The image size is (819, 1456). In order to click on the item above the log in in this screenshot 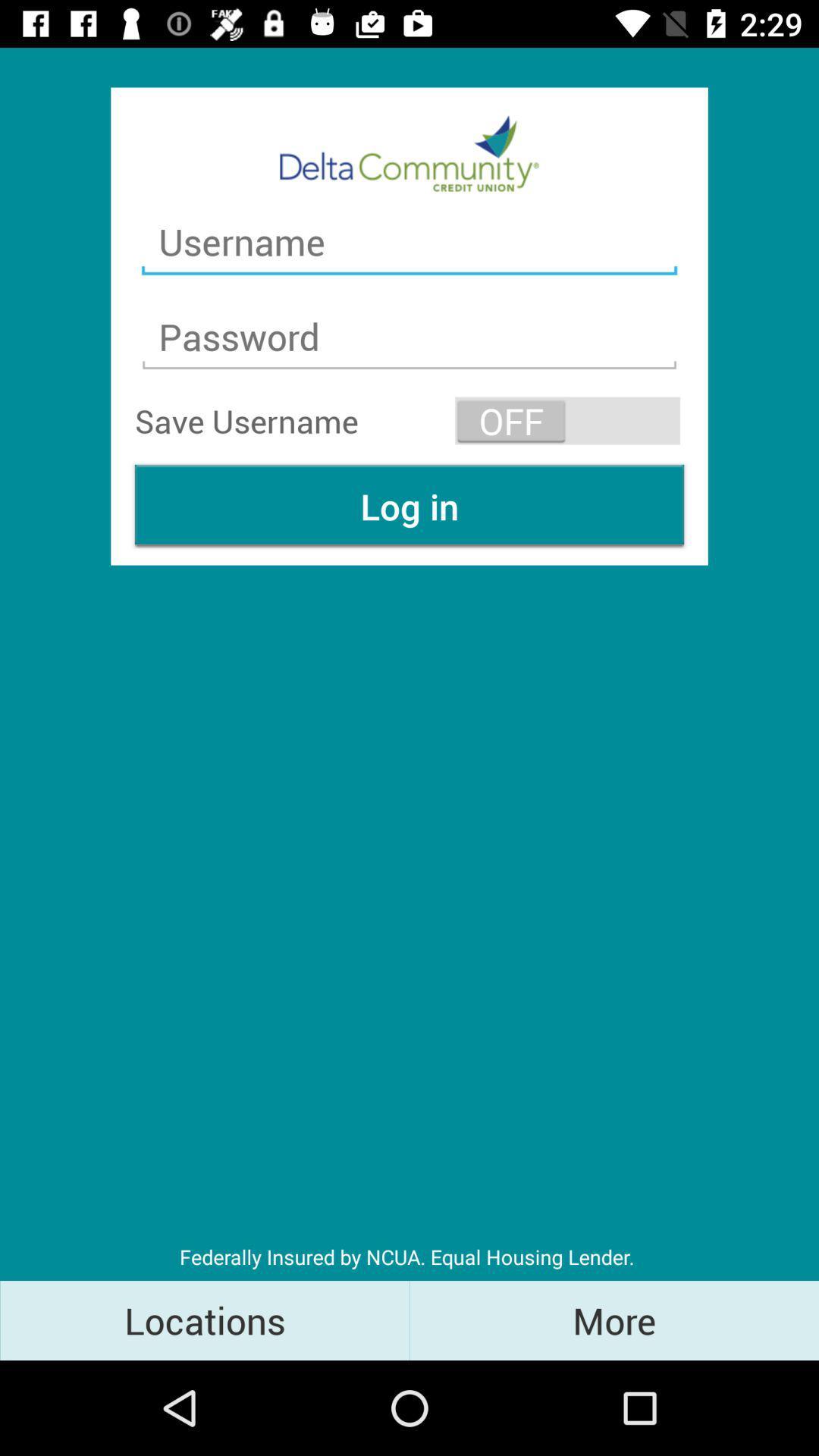, I will do `click(567, 421)`.